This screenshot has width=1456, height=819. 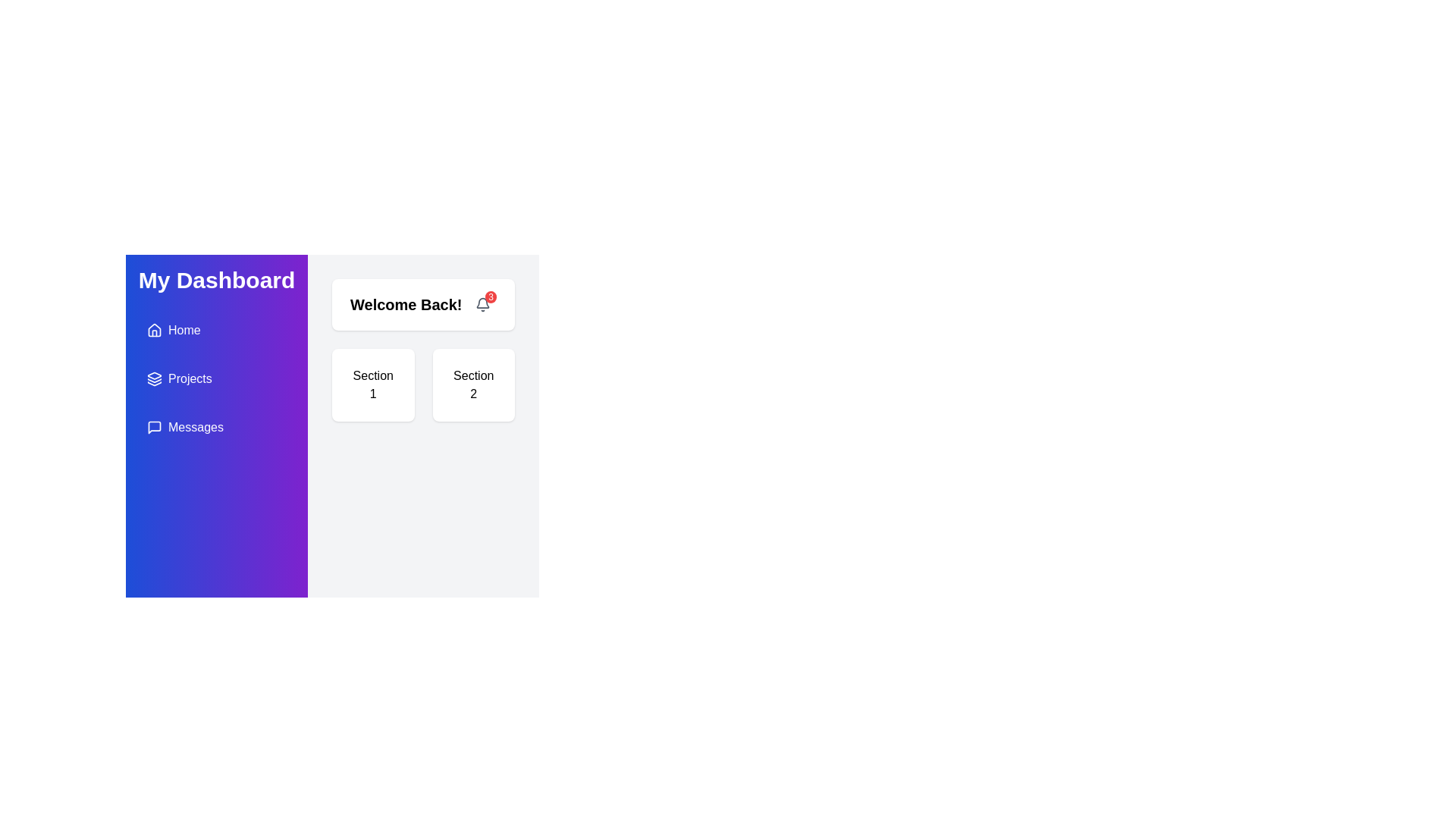 What do you see at coordinates (154, 427) in the screenshot?
I see `the speech bubble icon located to the left of the 'Messages' text in the vertical navigation panel` at bounding box center [154, 427].